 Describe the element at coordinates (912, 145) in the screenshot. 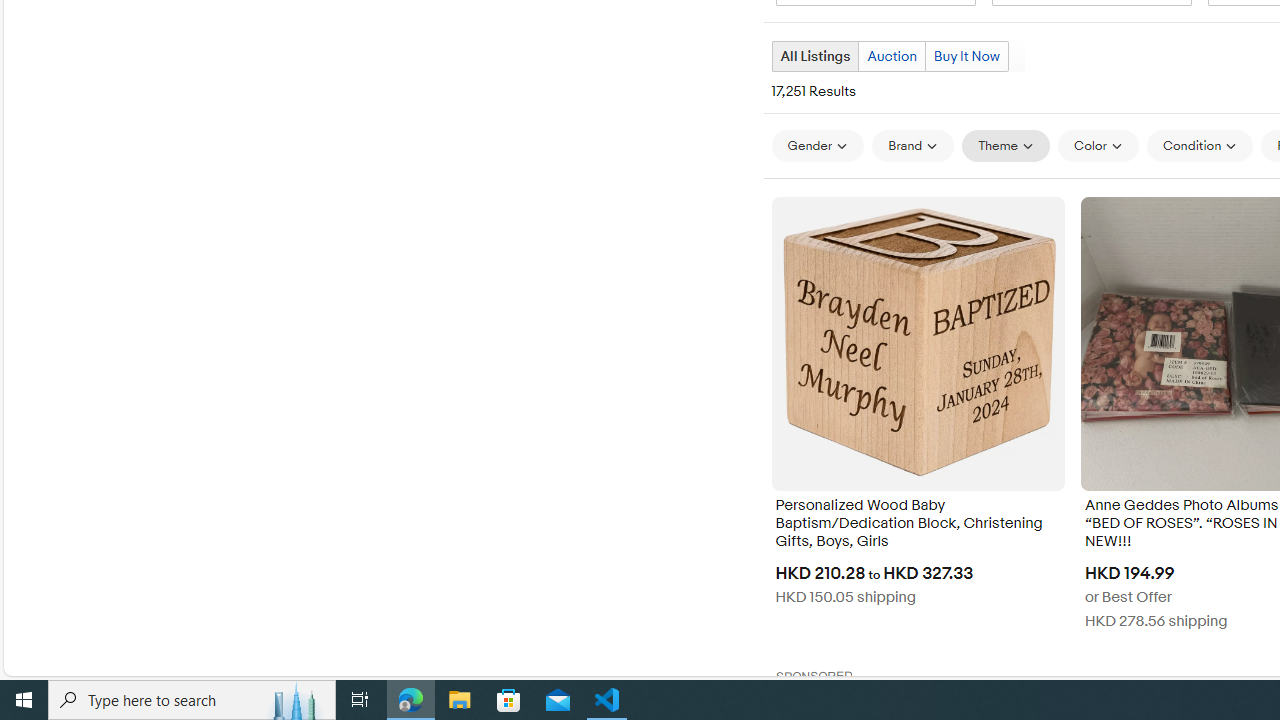

I see `'Brand'` at that location.